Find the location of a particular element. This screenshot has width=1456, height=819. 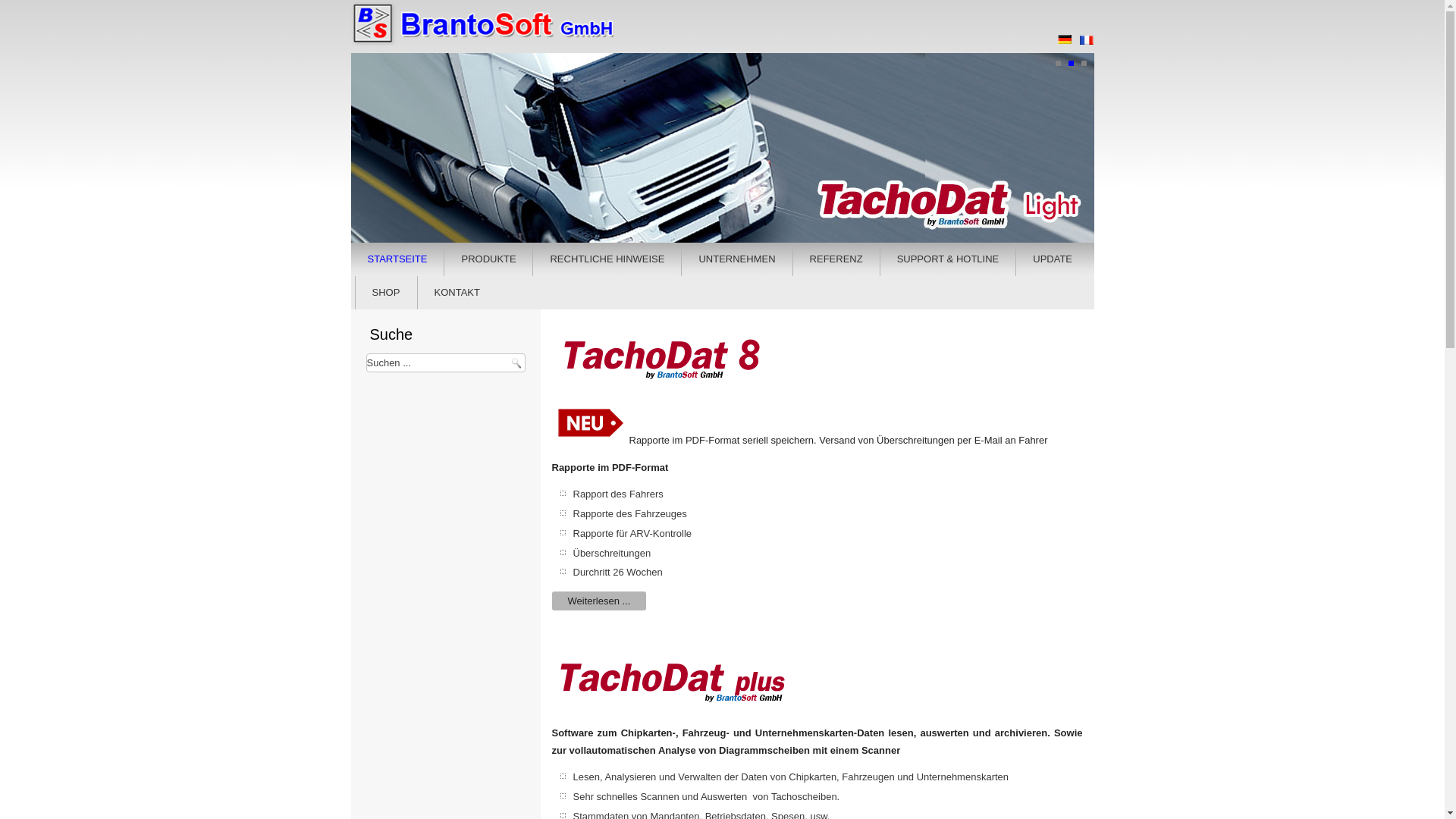

'PRODUKTE' is located at coordinates (447, 259).